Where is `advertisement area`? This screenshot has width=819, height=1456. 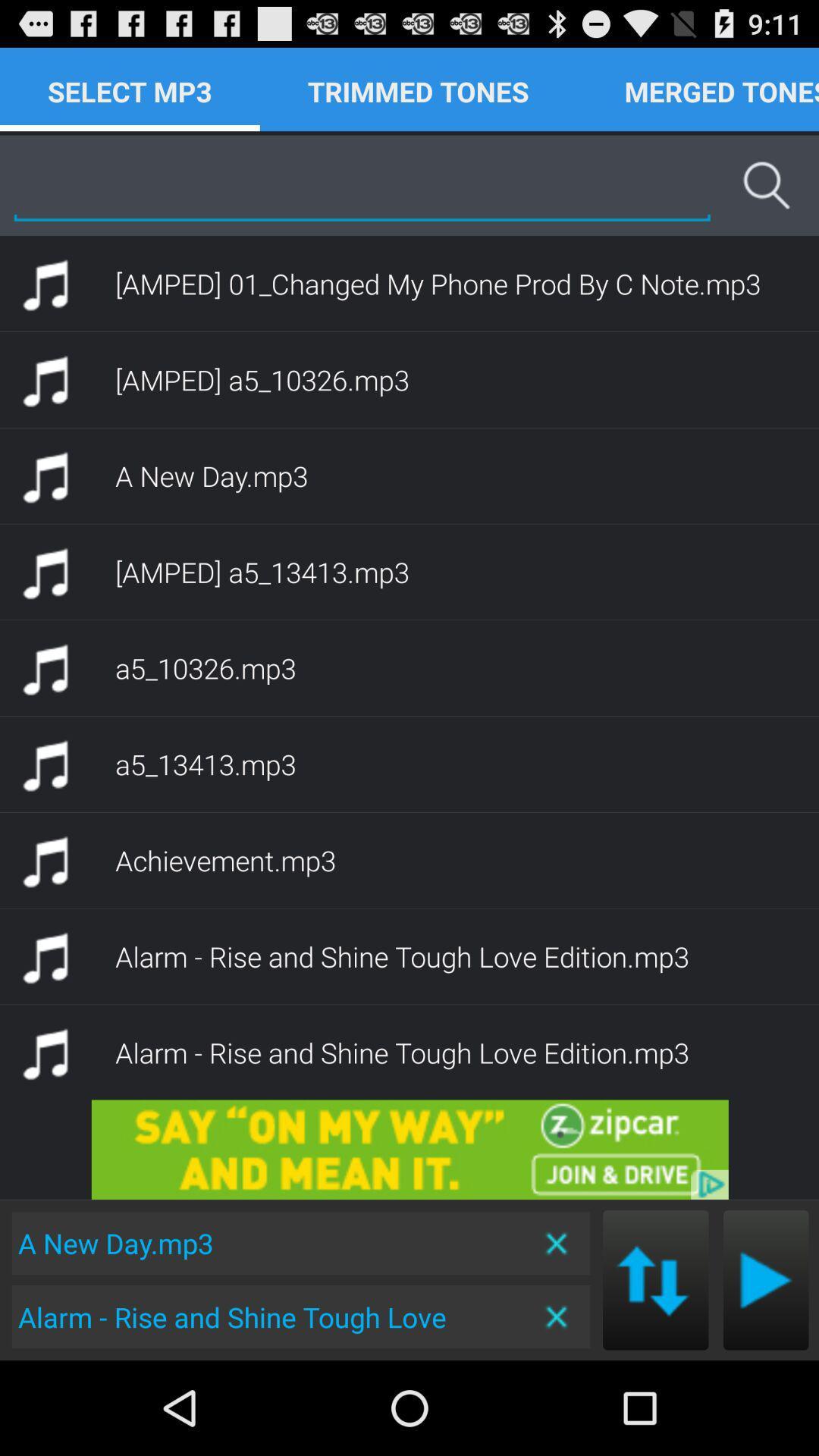
advertisement area is located at coordinates (409, 1150).